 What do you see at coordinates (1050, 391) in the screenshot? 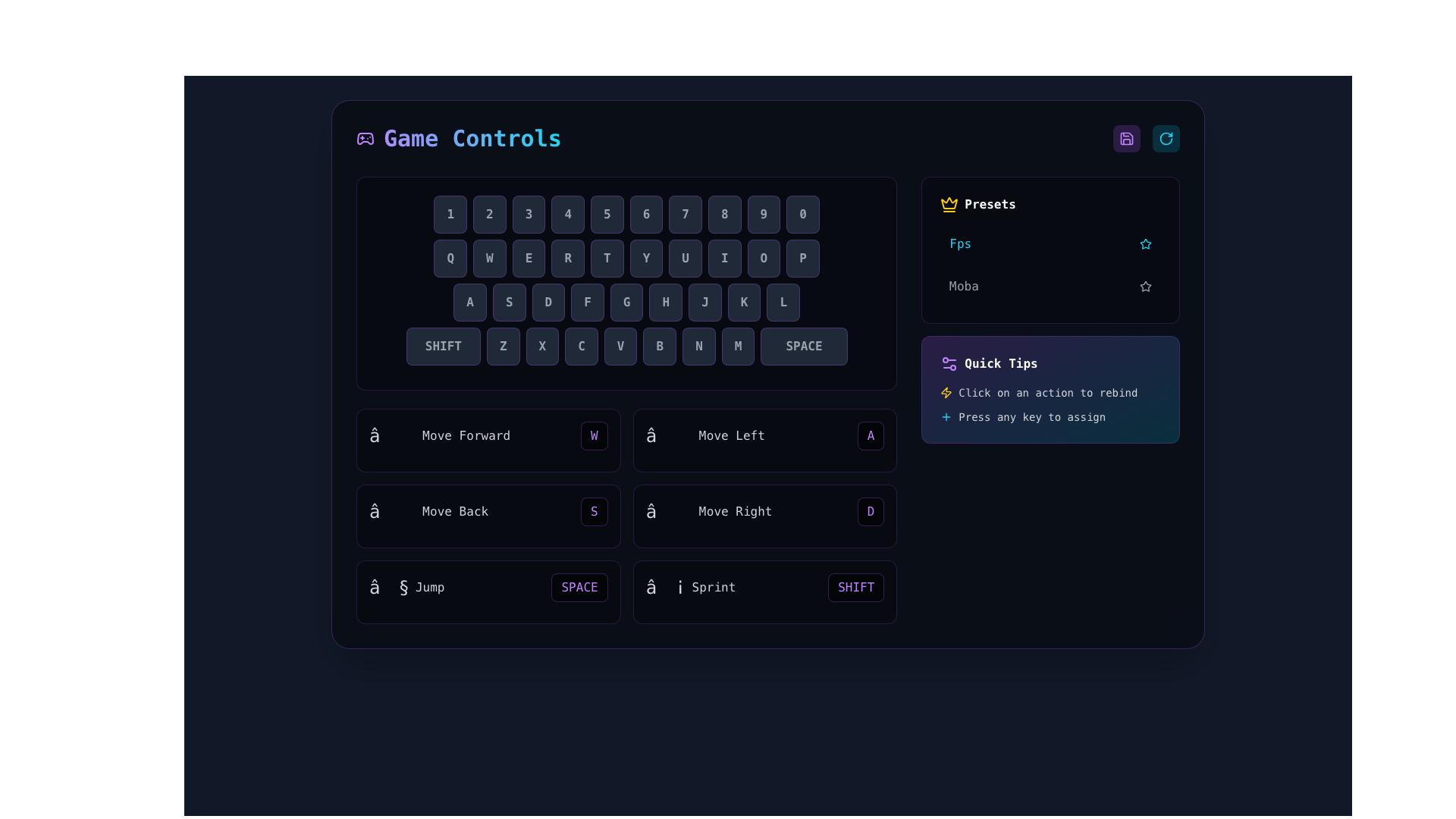
I see `instructional text displaying 'Click on an action to rebind' which is accompanied by a yellow lightning bolt icon, located in the 'Quick Tips' section at the bottom right of the interface` at bounding box center [1050, 391].